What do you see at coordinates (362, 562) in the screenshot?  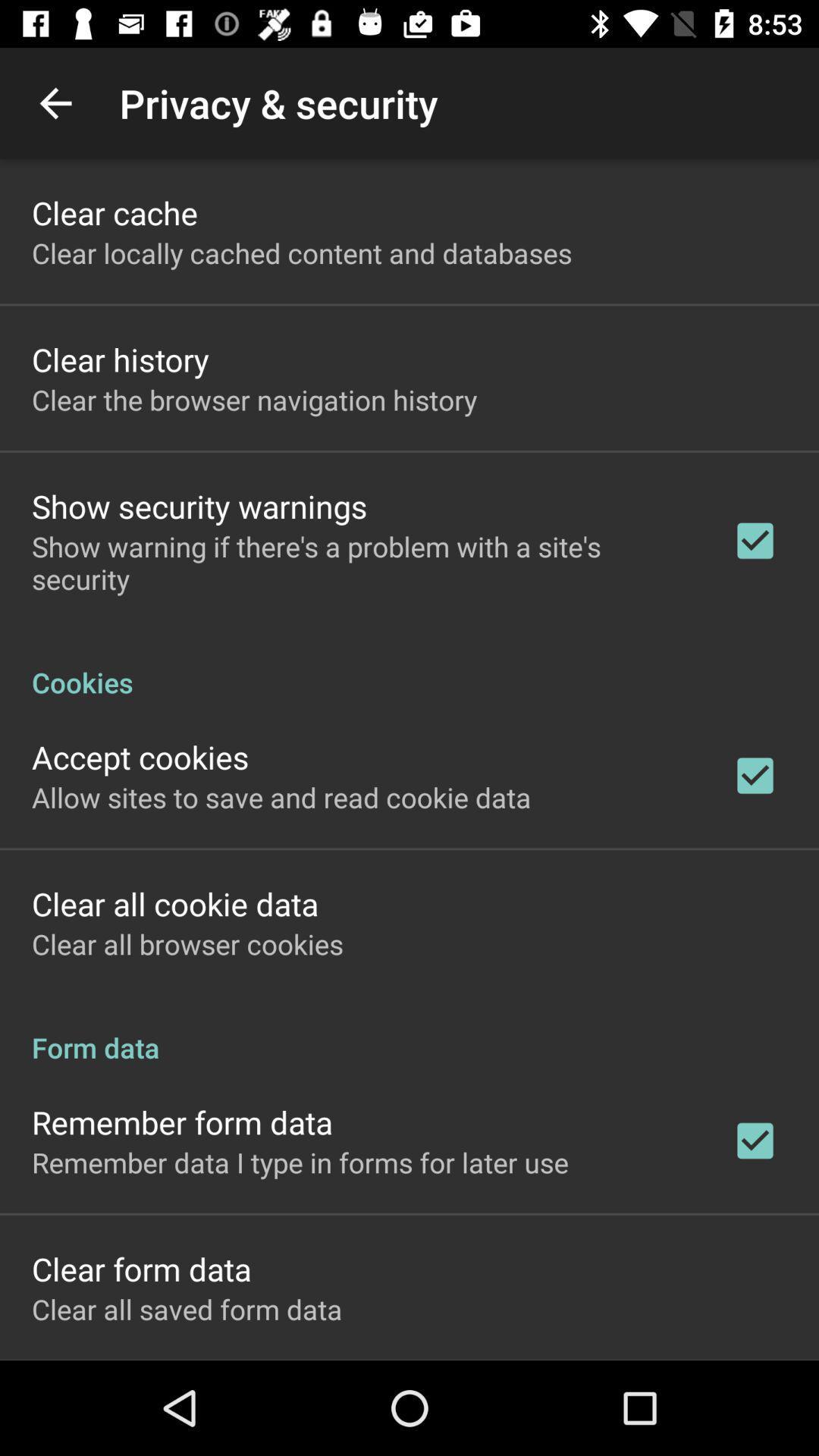 I see `item below the show security warnings item` at bounding box center [362, 562].